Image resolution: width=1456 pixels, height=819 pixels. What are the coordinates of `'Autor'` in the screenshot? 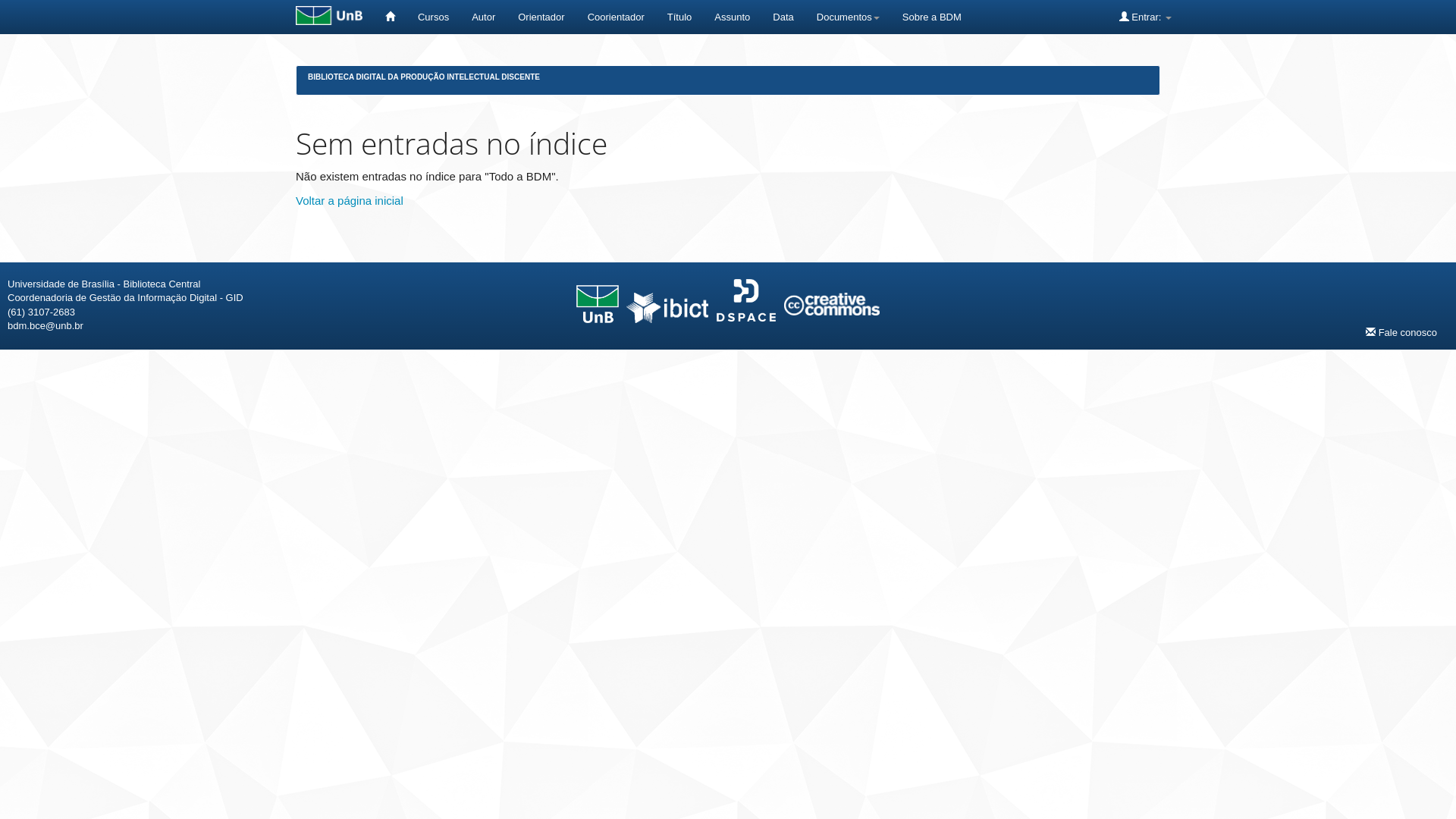 It's located at (482, 17).